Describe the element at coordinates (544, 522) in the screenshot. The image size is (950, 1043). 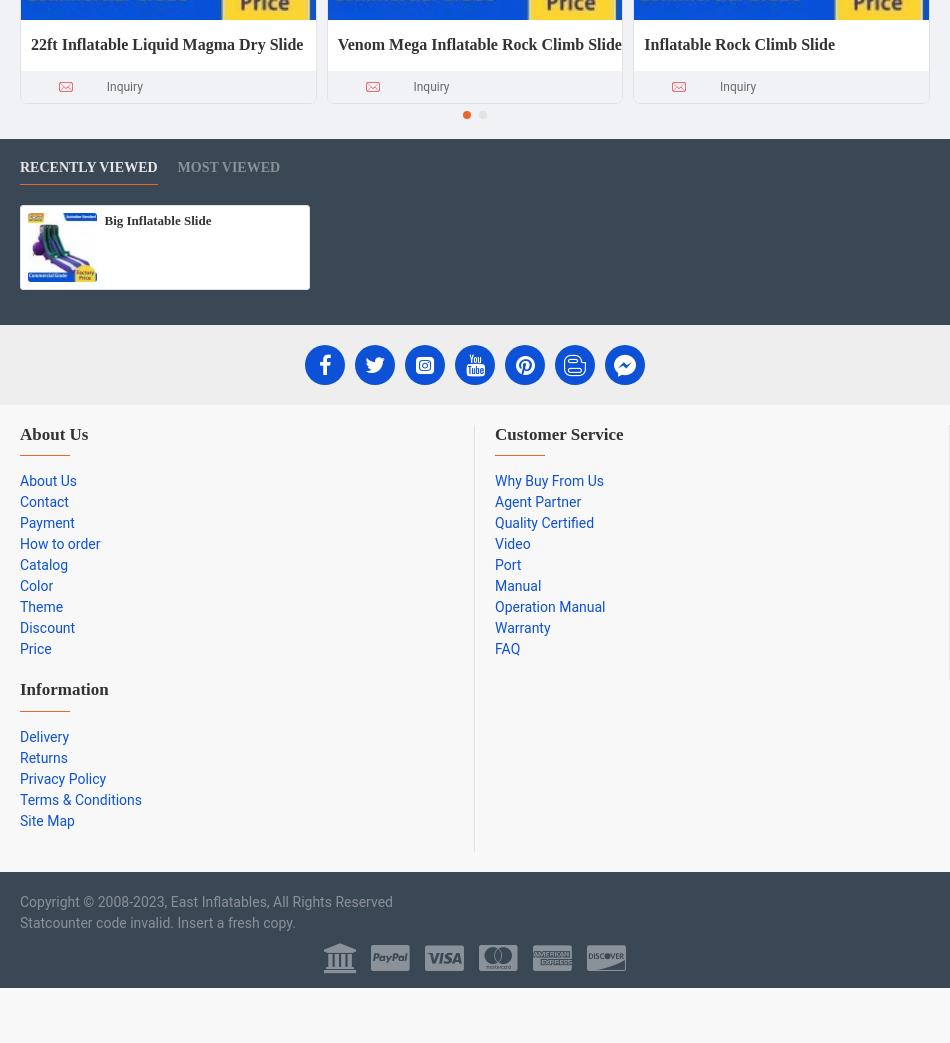
I see `'Quality Certified'` at that location.